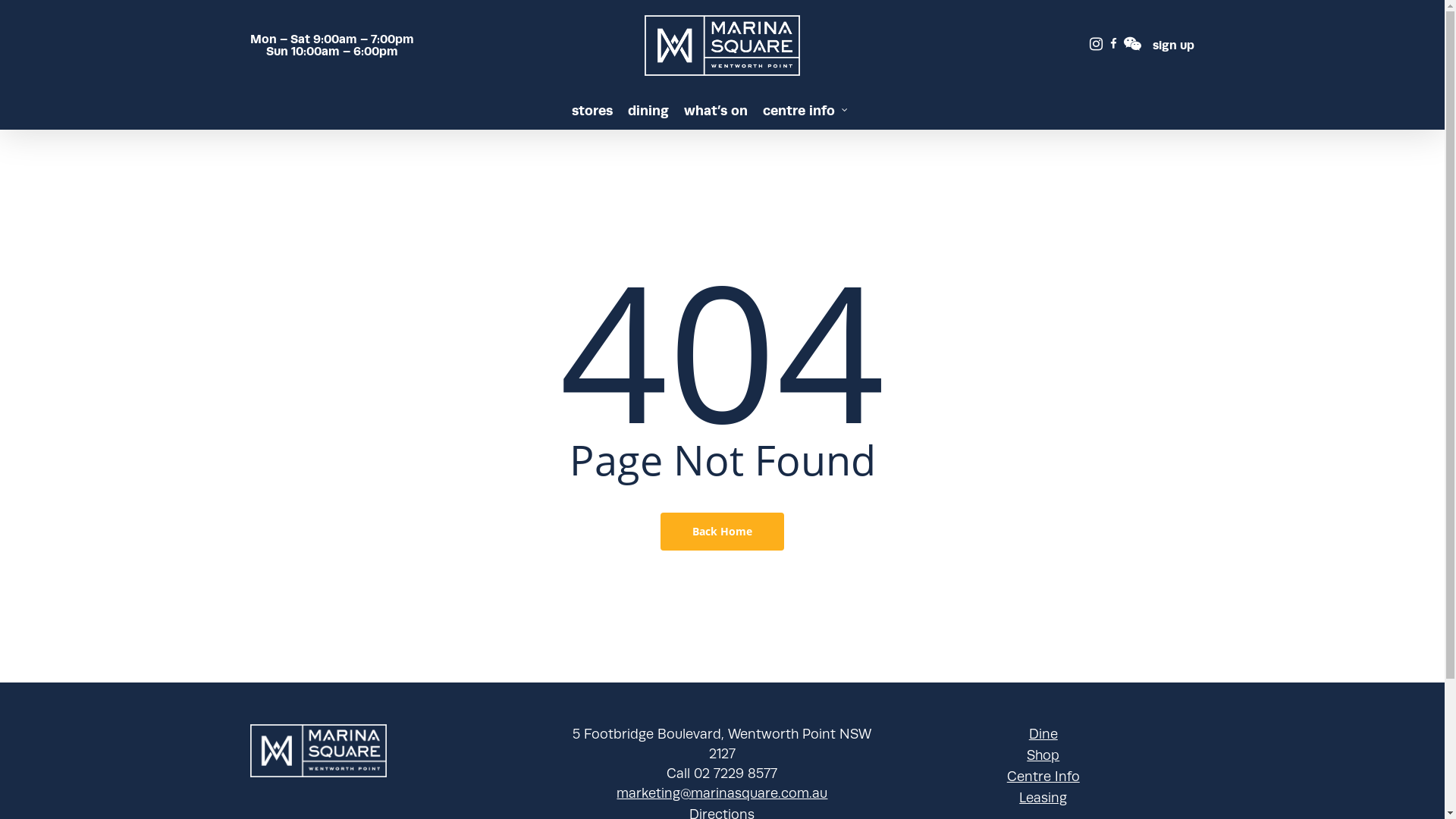 This screenshot has width=1456, height=819. What do you see at coordinates (648, 109) in the screenshot?
I see `'dining'` at bounding box center [648, 109].